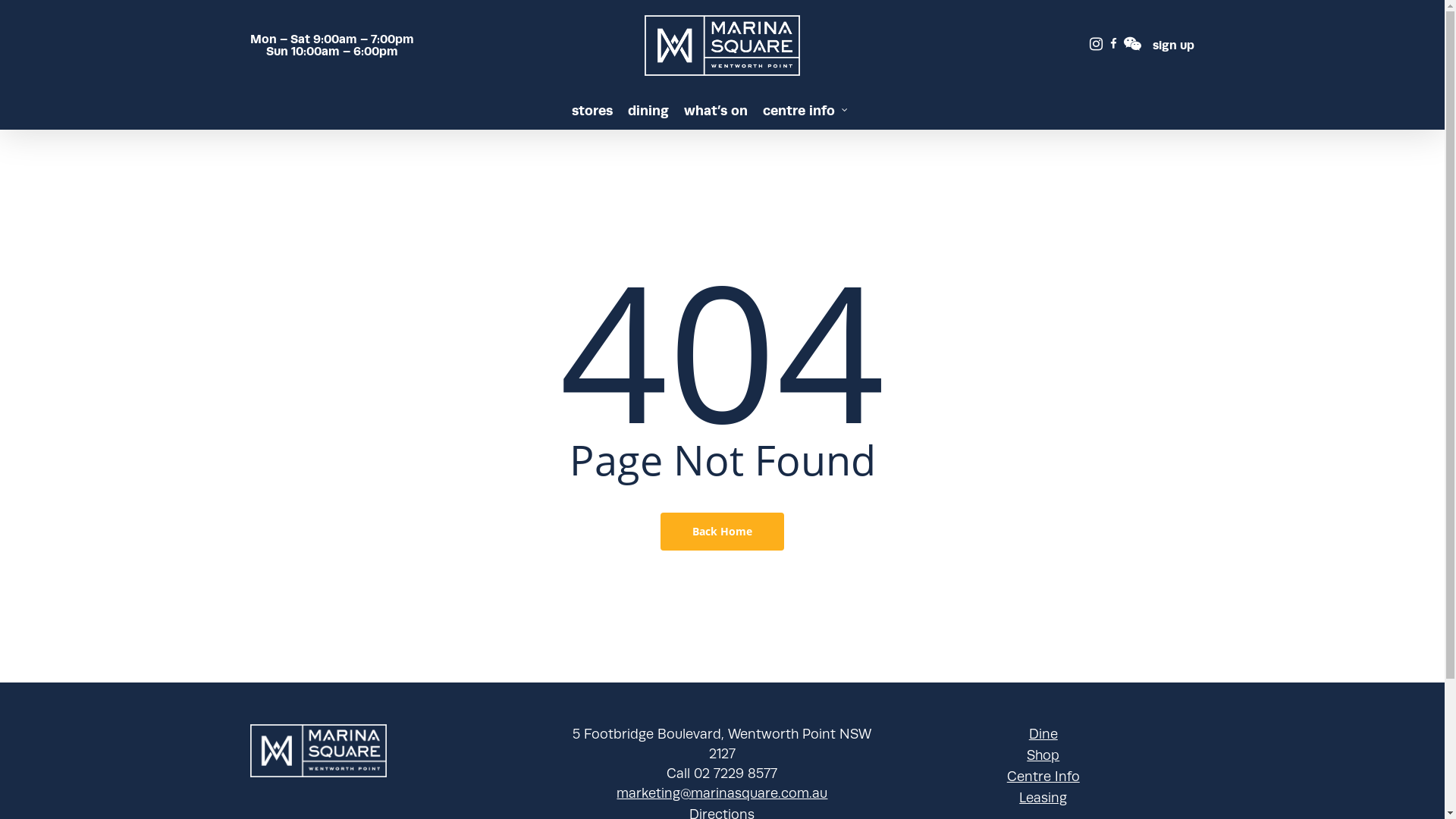 This screenshot has width=1456, height=819. What do you see at coordinates (648, 109) in the screenshot?
I see `'dining'` at bounding box center [648, 109].